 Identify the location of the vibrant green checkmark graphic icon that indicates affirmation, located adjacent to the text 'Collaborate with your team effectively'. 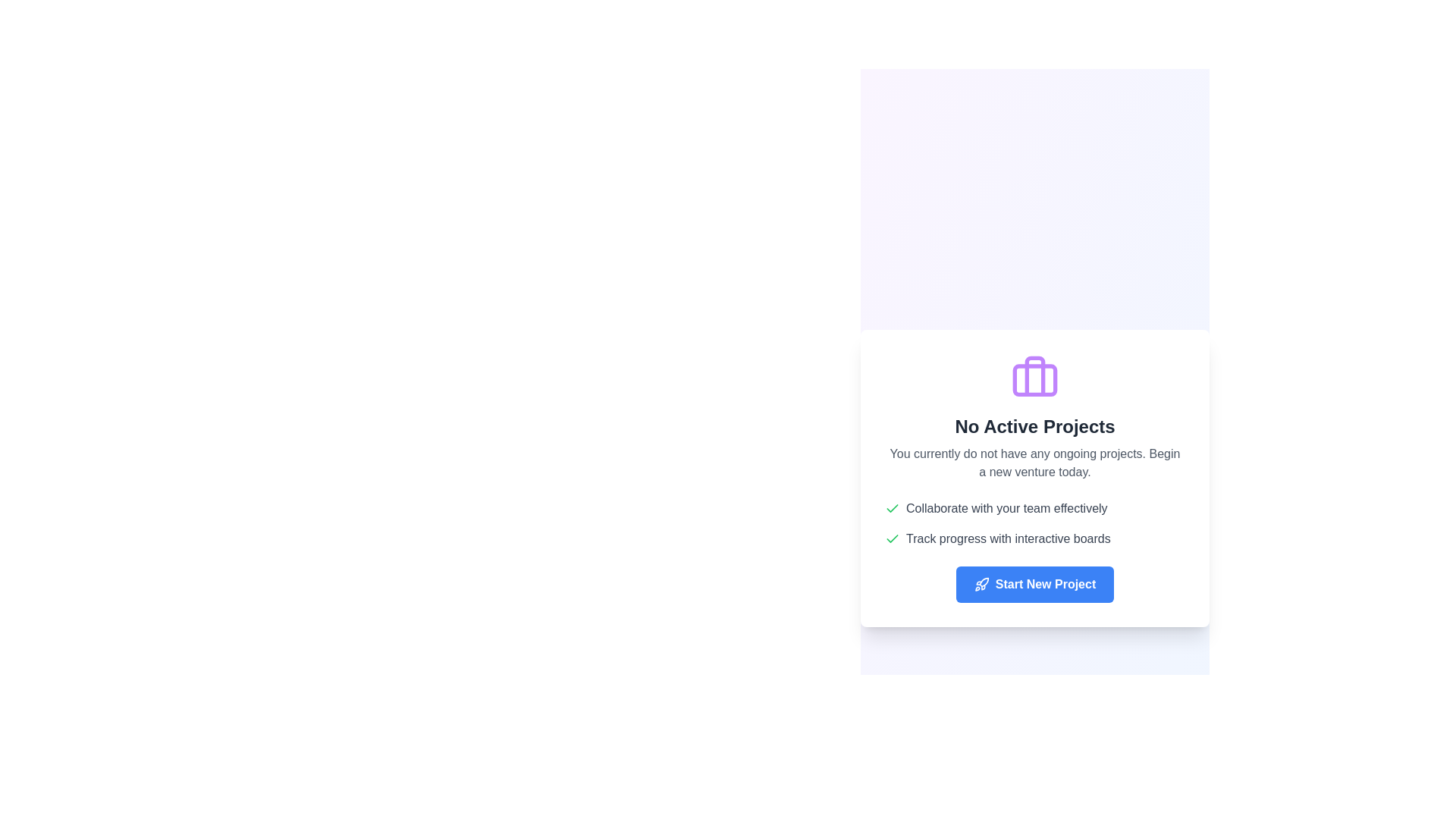
(892, 537).